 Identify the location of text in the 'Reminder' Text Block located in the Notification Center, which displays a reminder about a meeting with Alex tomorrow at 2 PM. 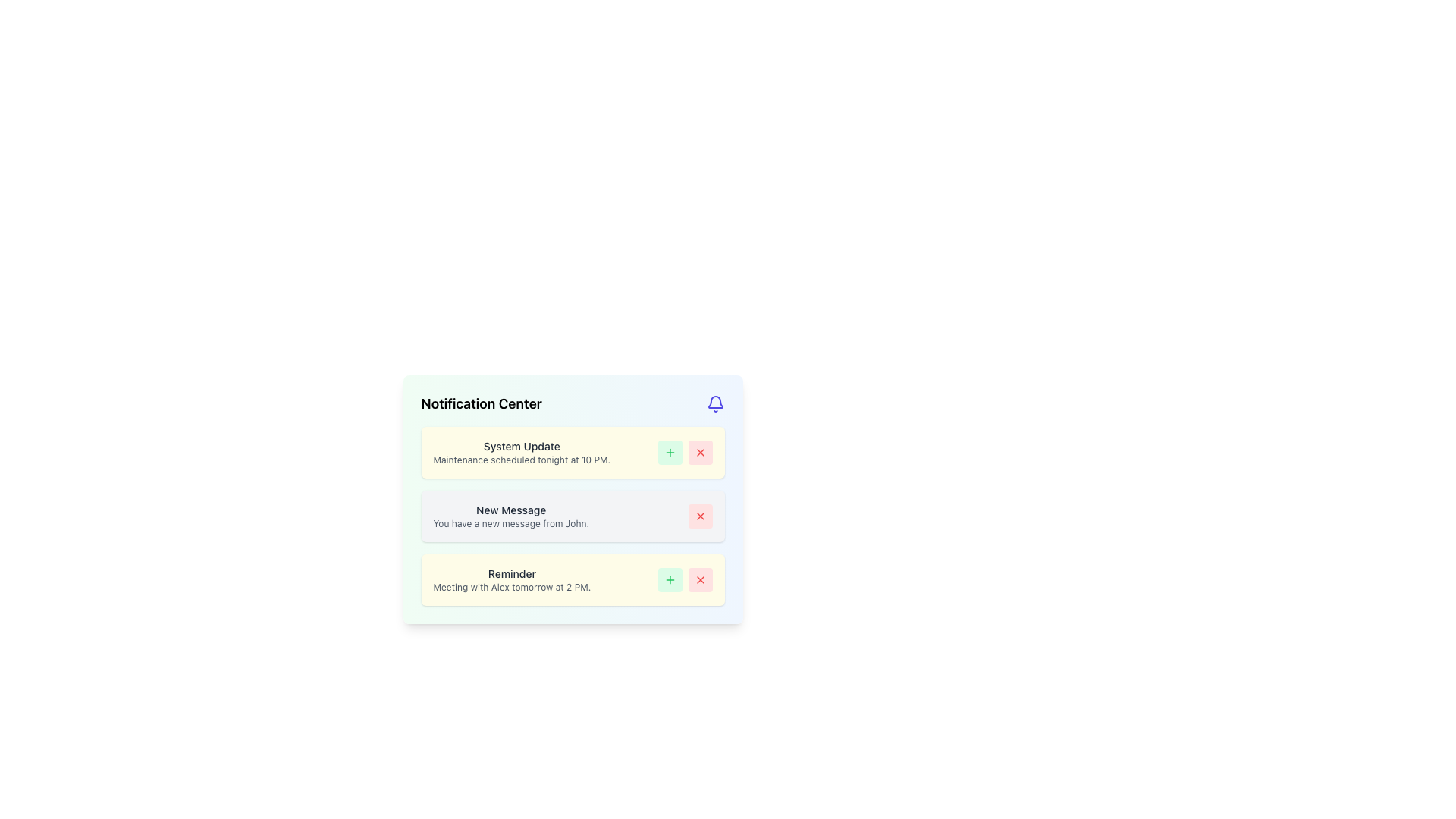
(512, 579).